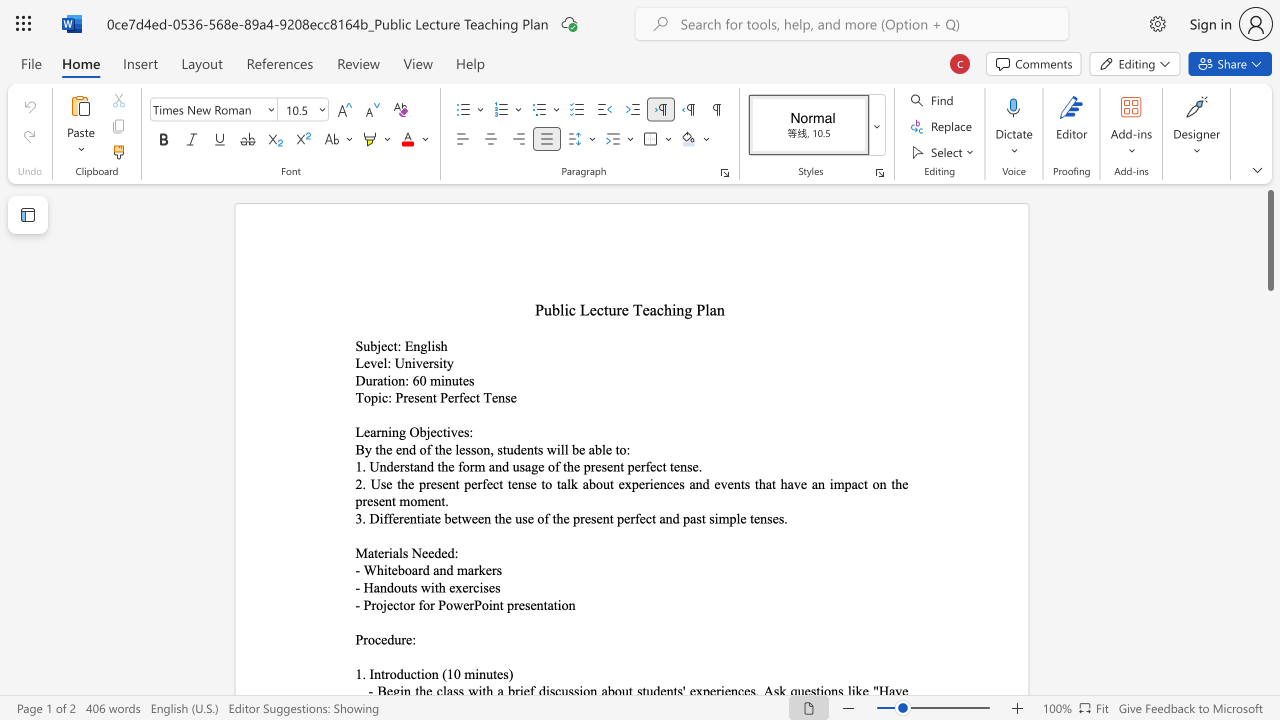  I want to click on the 3th character "e" in the text, so click(436, 517).